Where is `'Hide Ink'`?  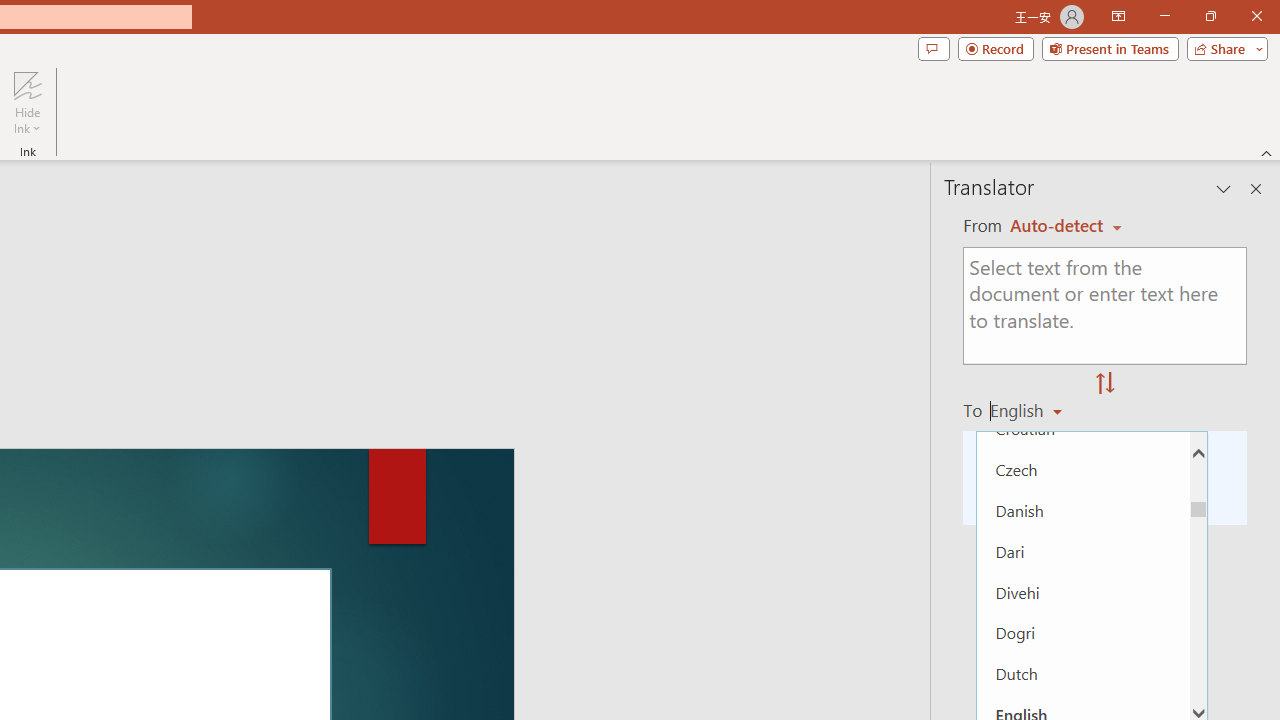
'Hide Ink' is located at coordinates (27, 84).